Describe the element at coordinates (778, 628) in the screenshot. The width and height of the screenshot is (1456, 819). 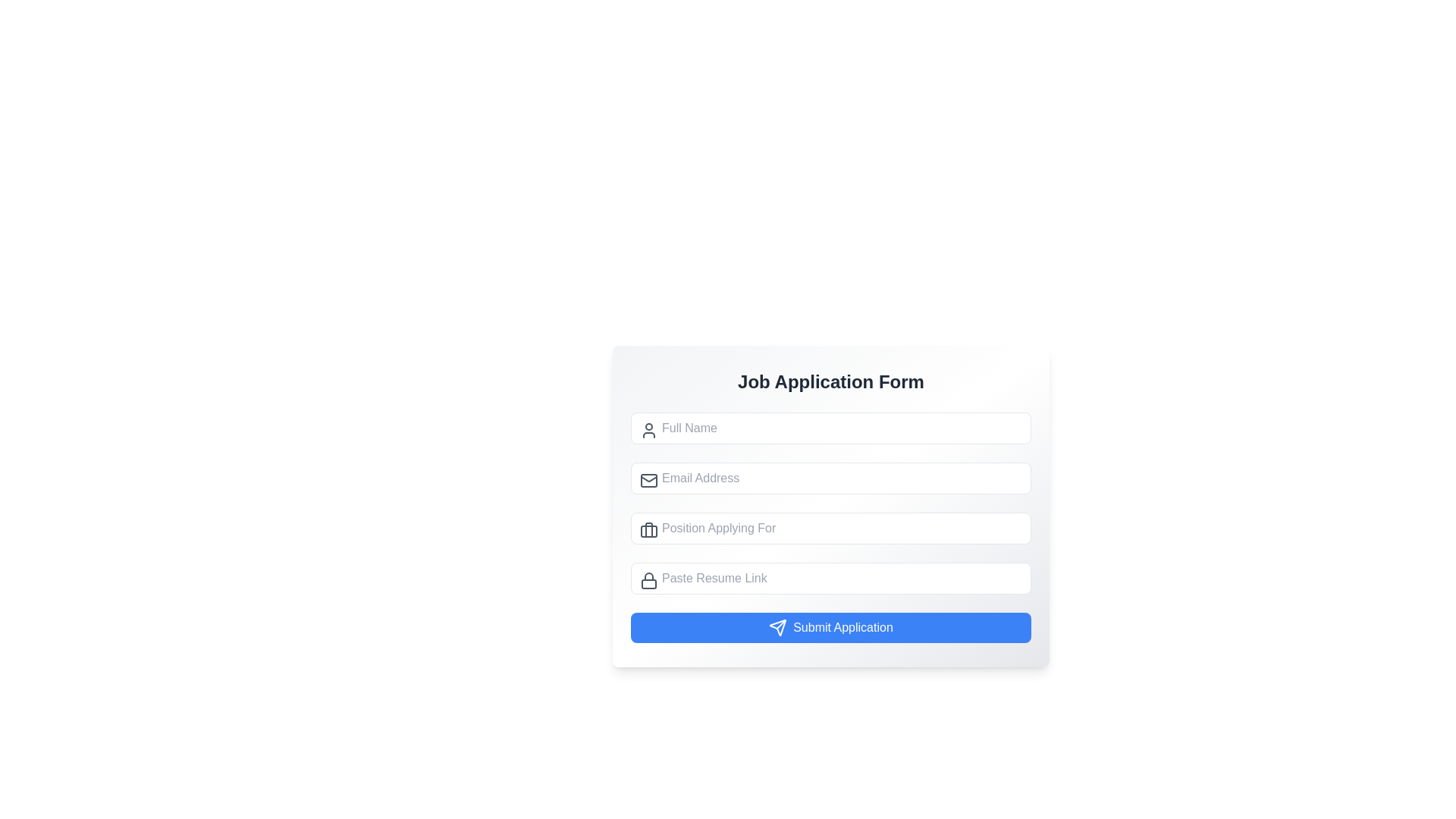
I see `the submit icon located on the left side of the 'Submit Application' button` at that location.